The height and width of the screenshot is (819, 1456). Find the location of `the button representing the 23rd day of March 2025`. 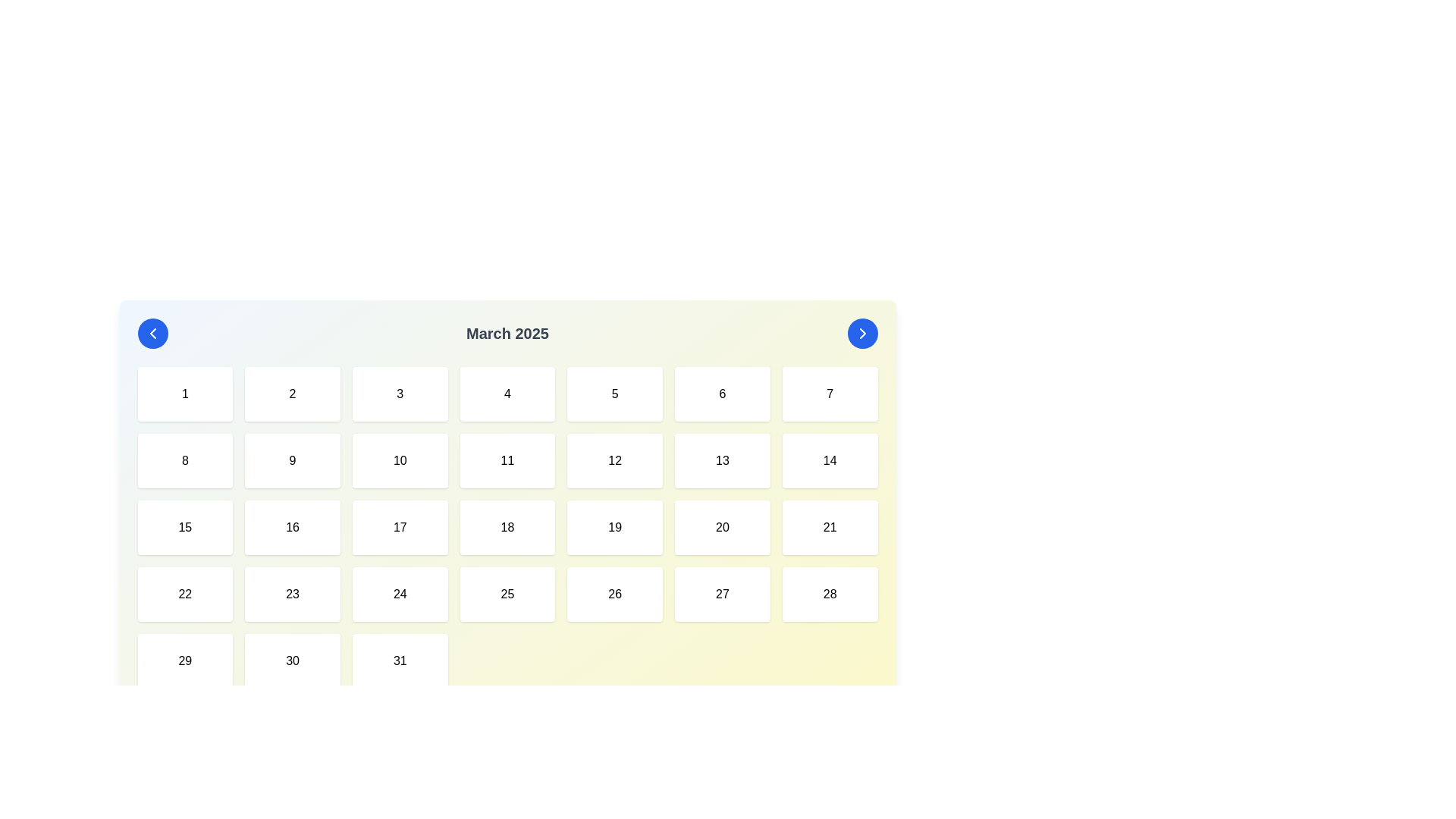

the button representing the 23rd day of March 2025 is located at coordinates (293, 593).